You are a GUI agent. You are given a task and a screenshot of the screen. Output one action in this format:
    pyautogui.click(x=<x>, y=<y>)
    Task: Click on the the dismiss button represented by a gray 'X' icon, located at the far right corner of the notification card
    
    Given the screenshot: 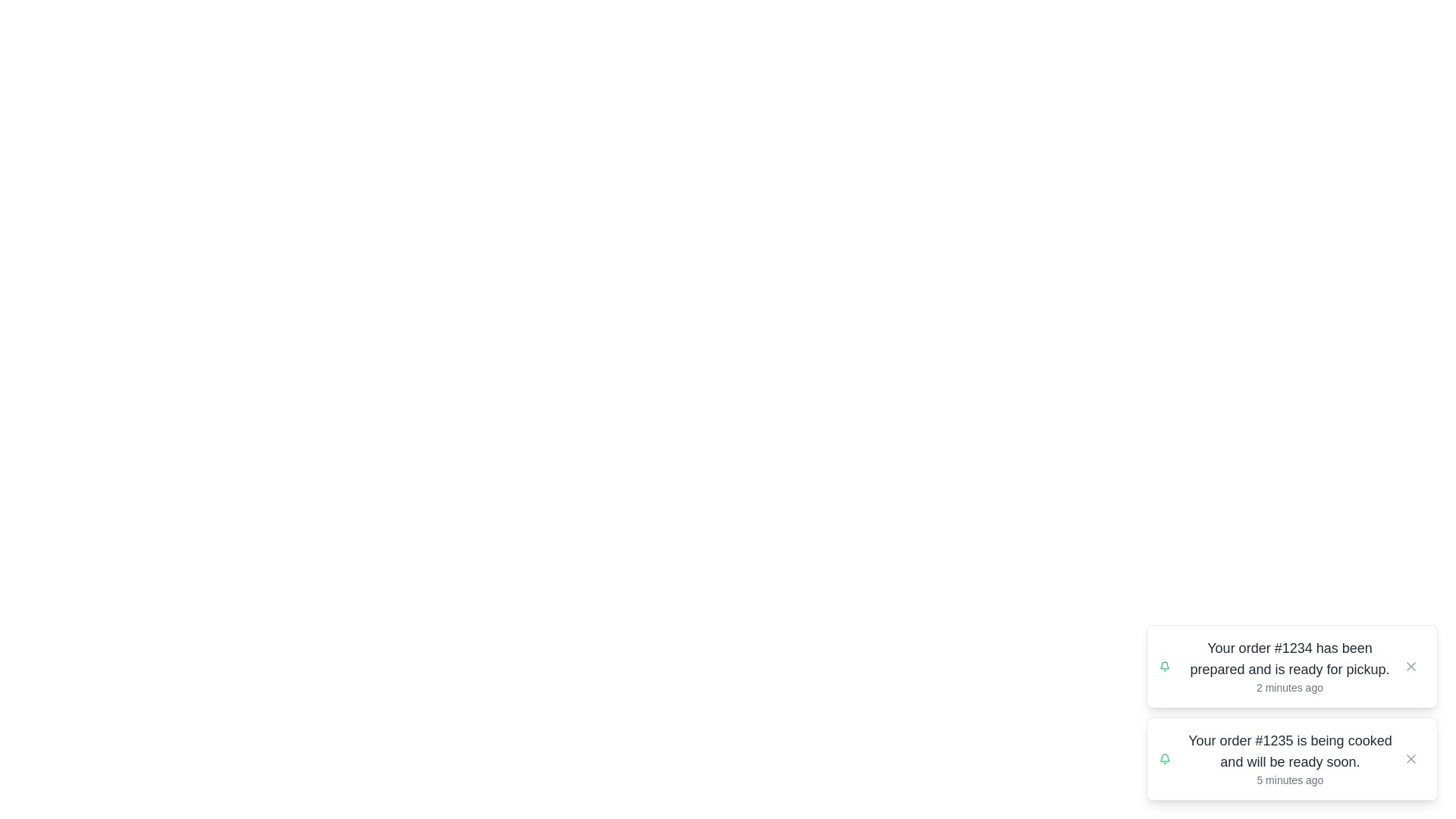 What is the action you would take?
    pyautogui.click(x=1410, y=759)
    